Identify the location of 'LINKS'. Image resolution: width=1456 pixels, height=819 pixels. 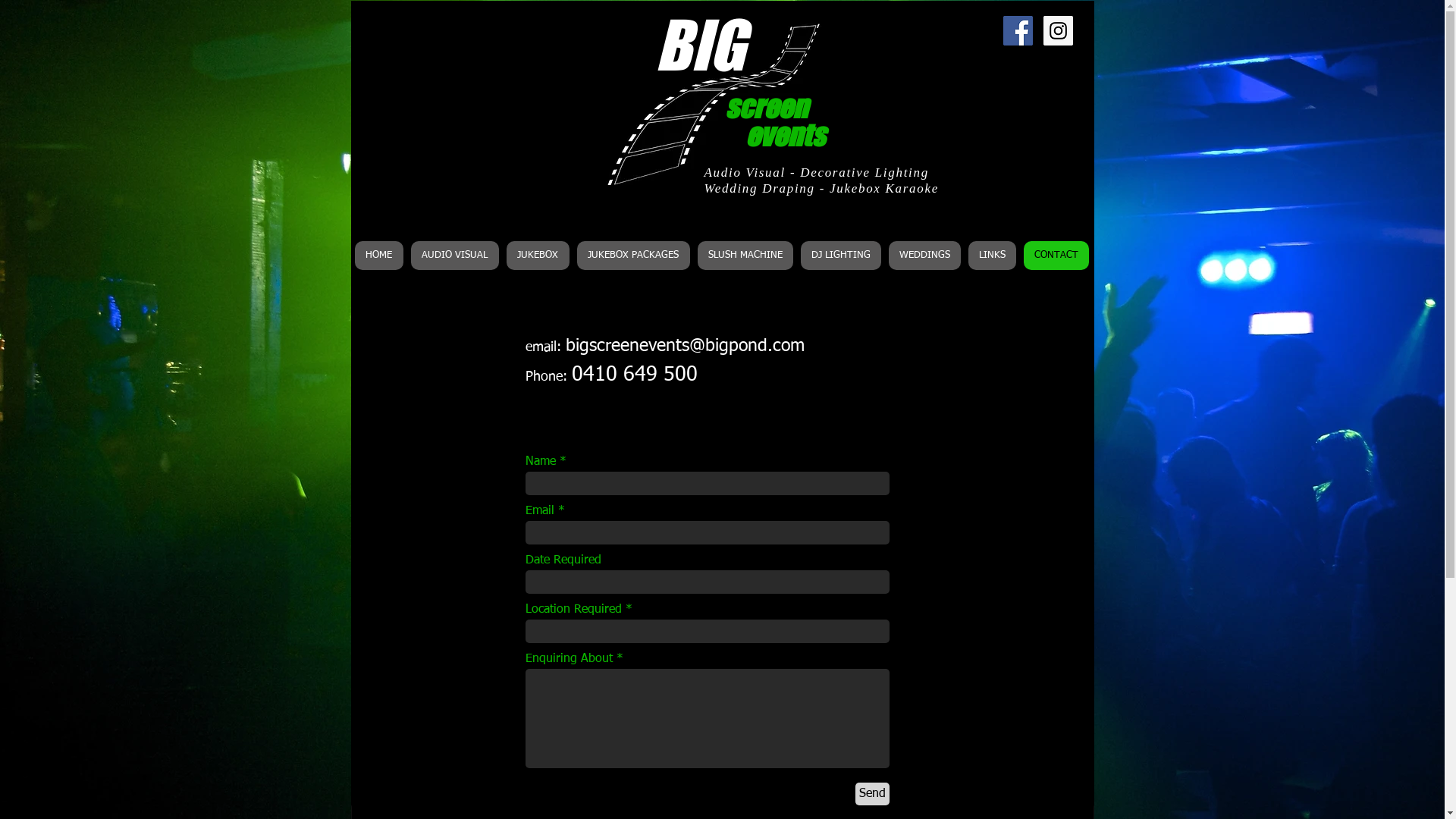
(991, 254).